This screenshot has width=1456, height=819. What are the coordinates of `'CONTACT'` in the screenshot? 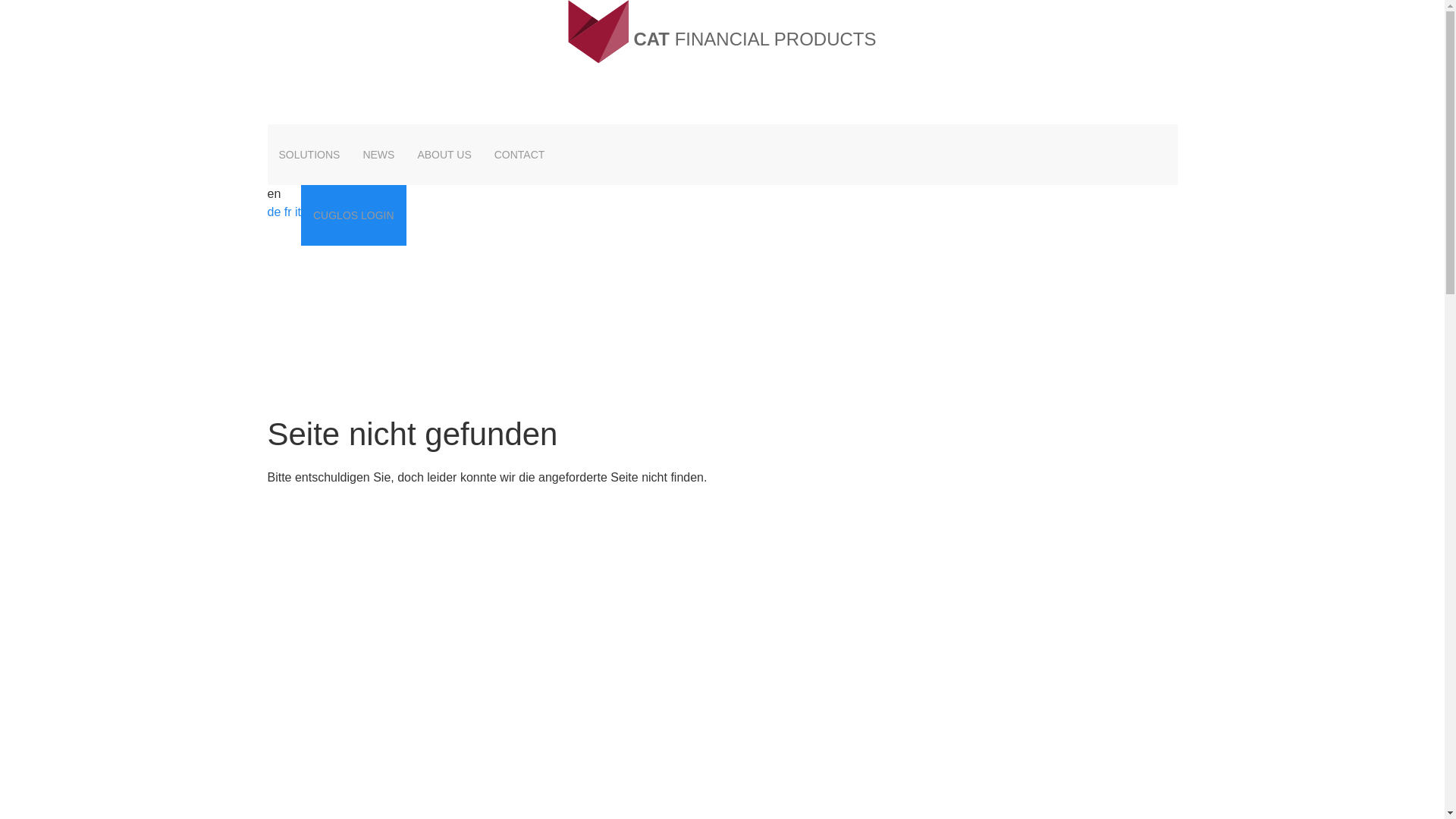 It's located at (519, 155).